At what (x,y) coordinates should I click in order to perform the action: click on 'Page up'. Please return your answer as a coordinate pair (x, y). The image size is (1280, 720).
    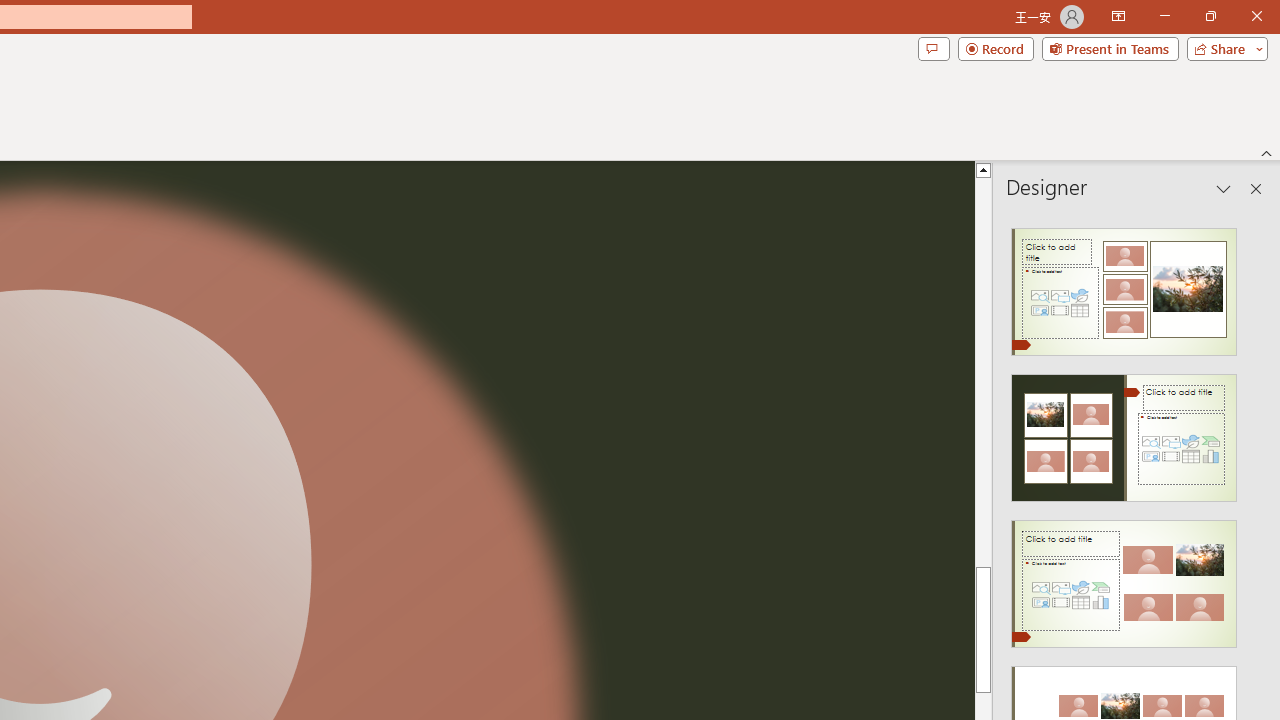
    Looking at the image, I should click on (983, 408).